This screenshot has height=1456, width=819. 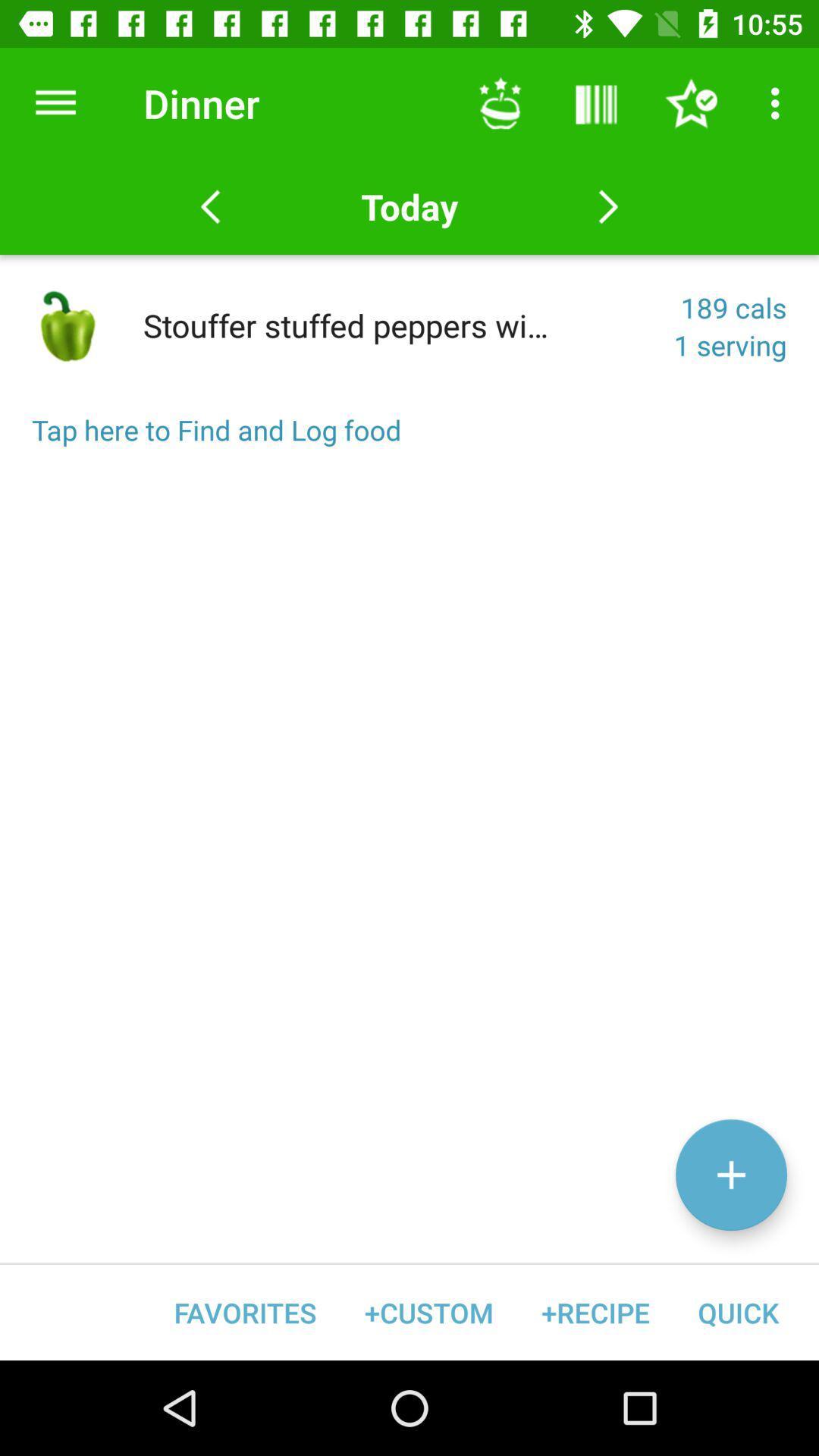 What do you see at coordinates (500, 102) in the screenshot?
I see `item above the today icon` at bounding box center [500, 102].